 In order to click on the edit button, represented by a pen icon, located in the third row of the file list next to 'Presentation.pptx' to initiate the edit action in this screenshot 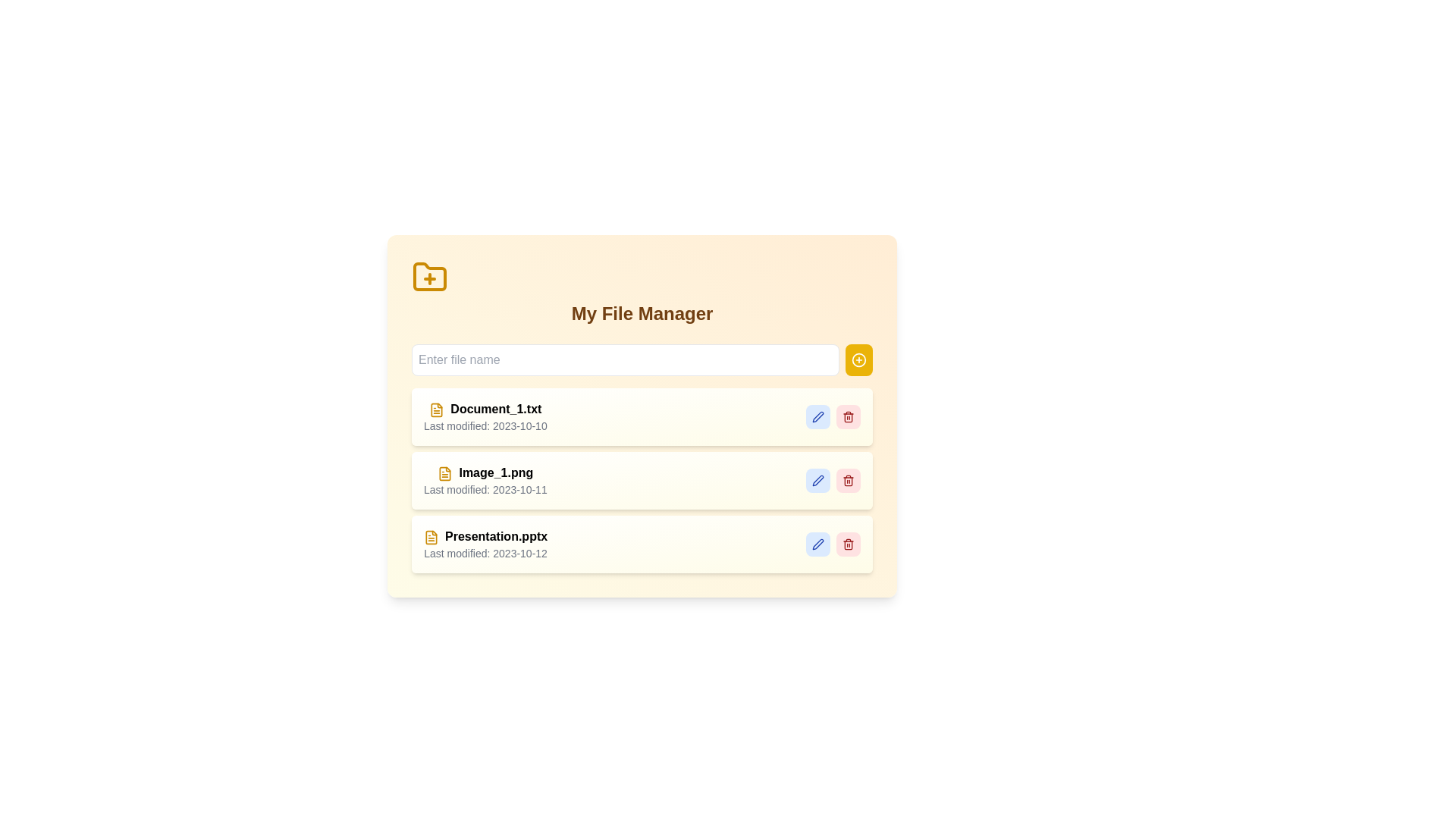, I will do `click(817, 543)`.